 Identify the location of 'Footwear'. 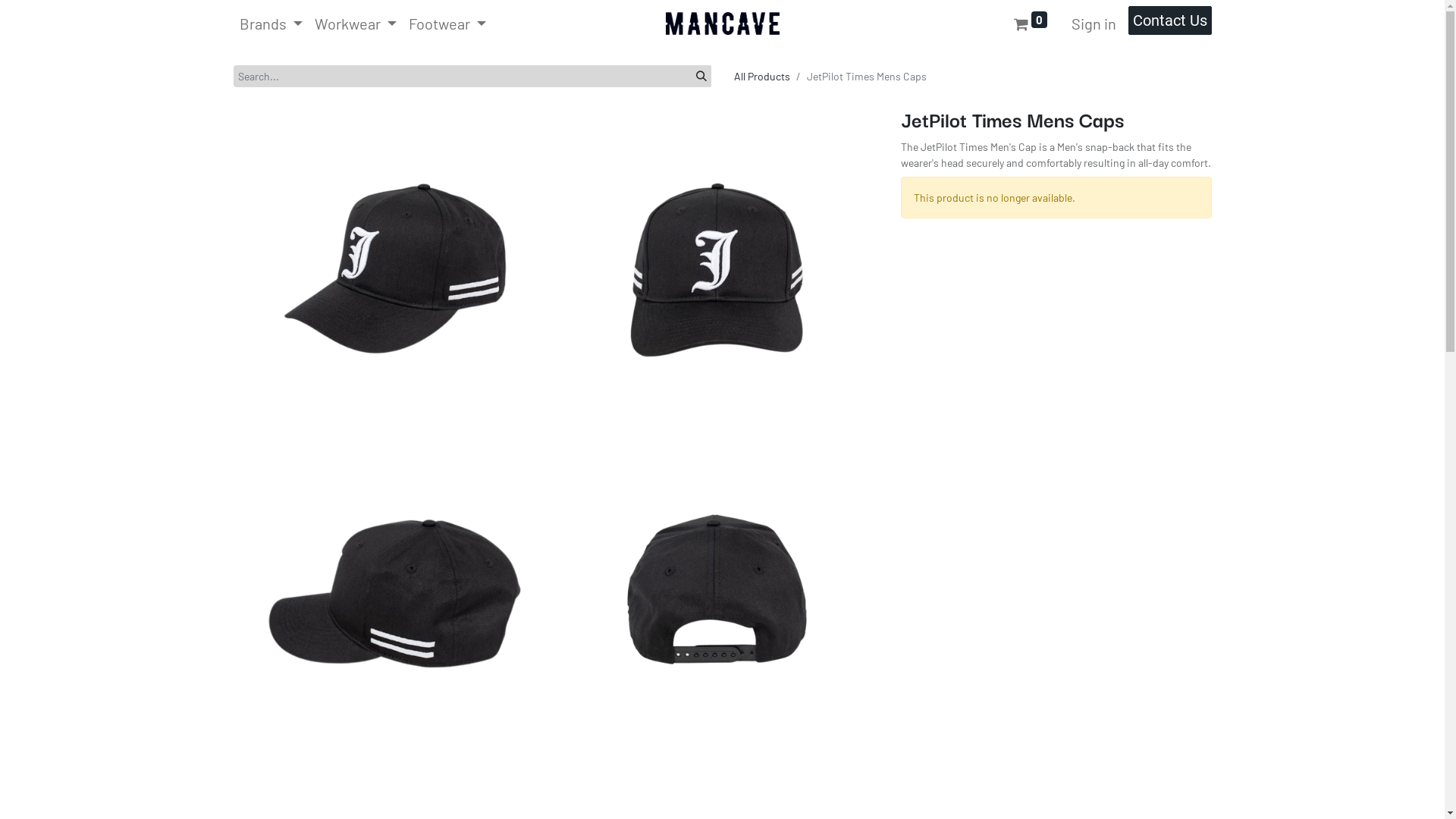
(447, 23).